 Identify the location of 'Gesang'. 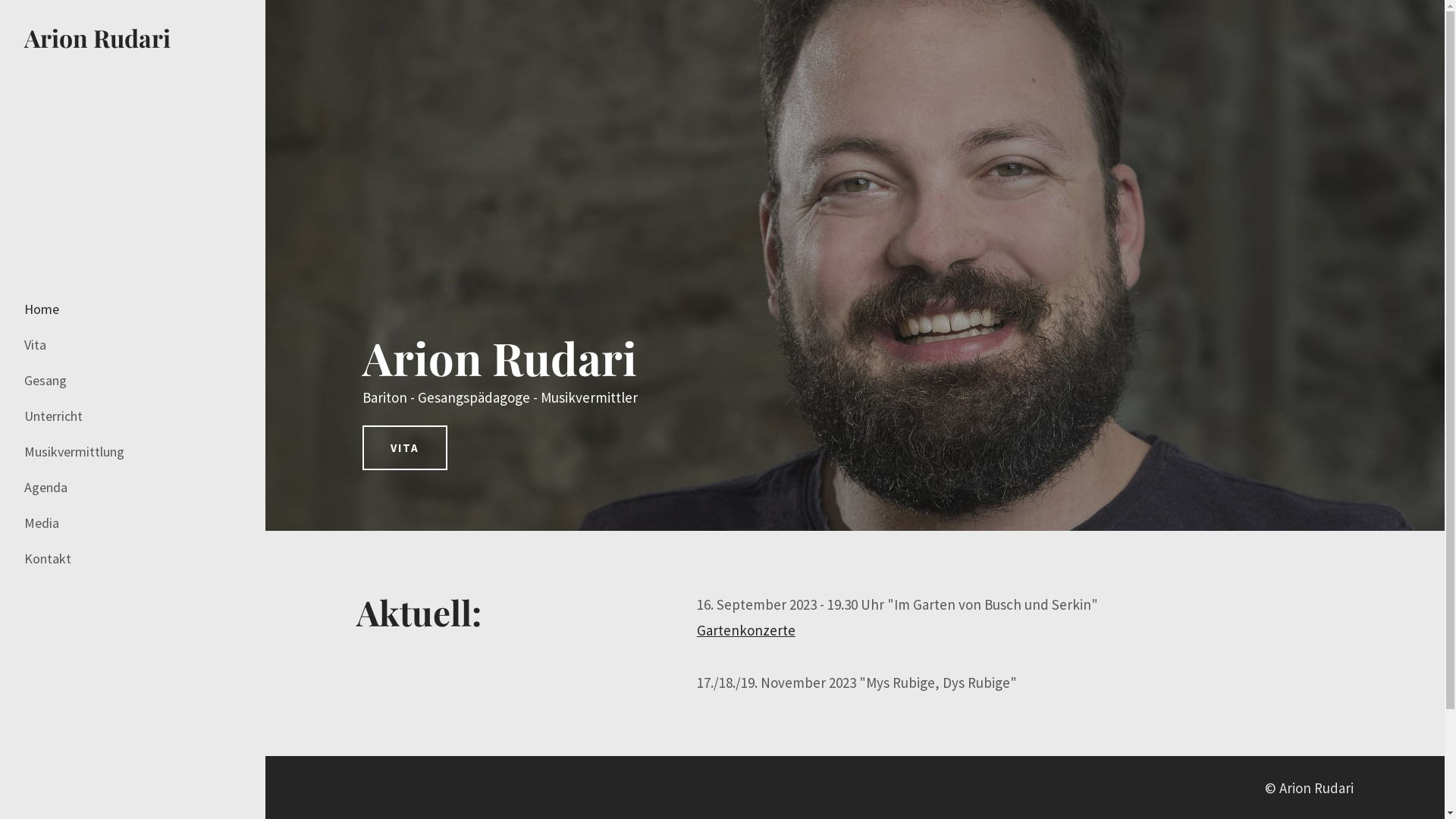
(50, 379).